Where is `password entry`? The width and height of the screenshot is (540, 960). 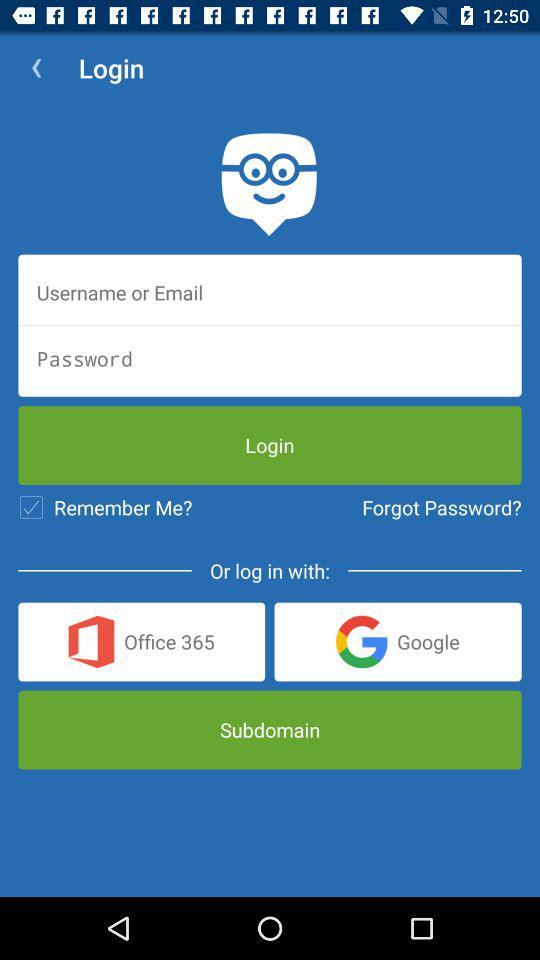
password entry is located at coordinates (270, 358).